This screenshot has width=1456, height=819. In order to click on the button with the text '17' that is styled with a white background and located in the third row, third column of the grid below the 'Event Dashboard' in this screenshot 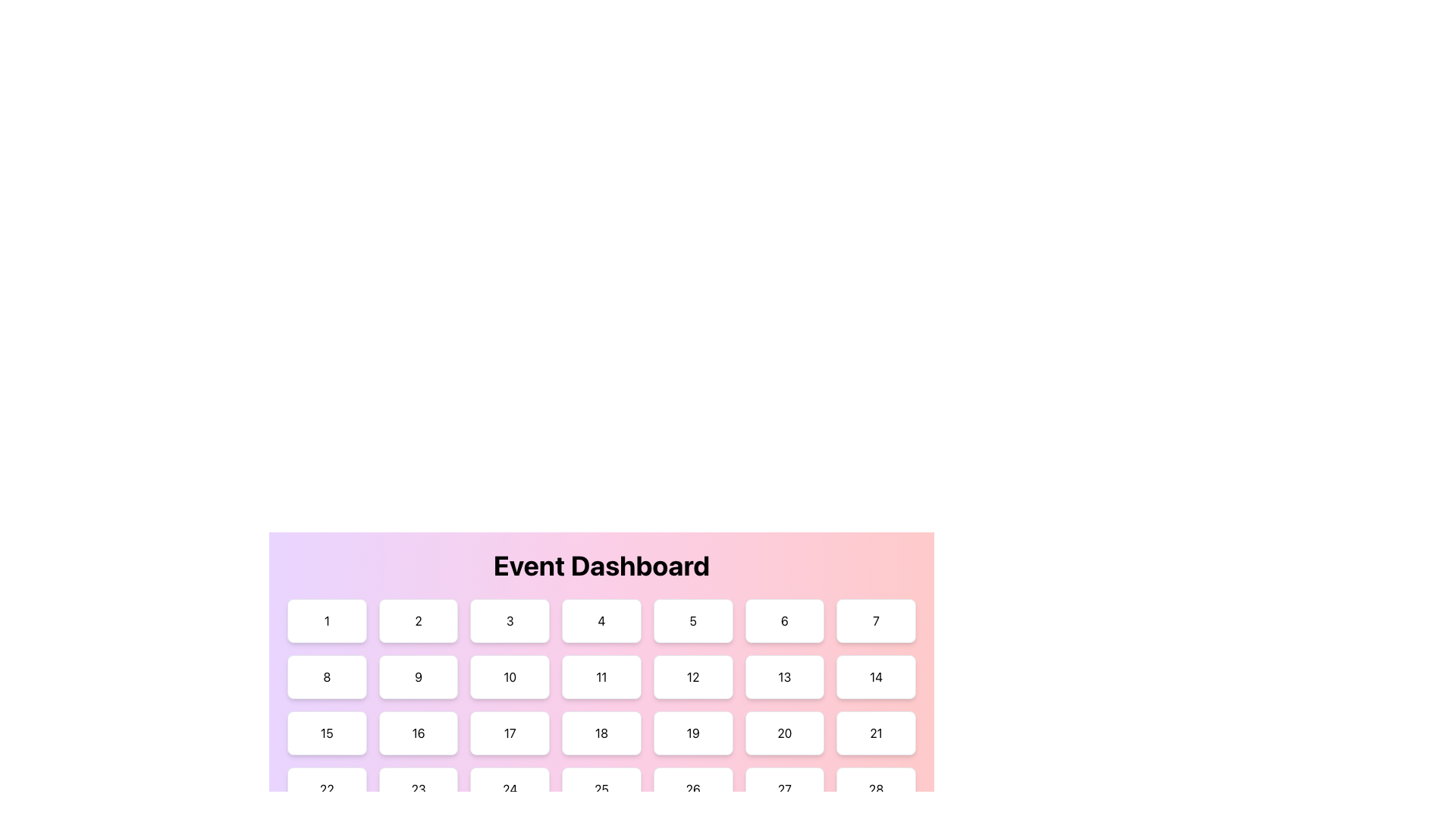, I will do `click(510, 733)`.